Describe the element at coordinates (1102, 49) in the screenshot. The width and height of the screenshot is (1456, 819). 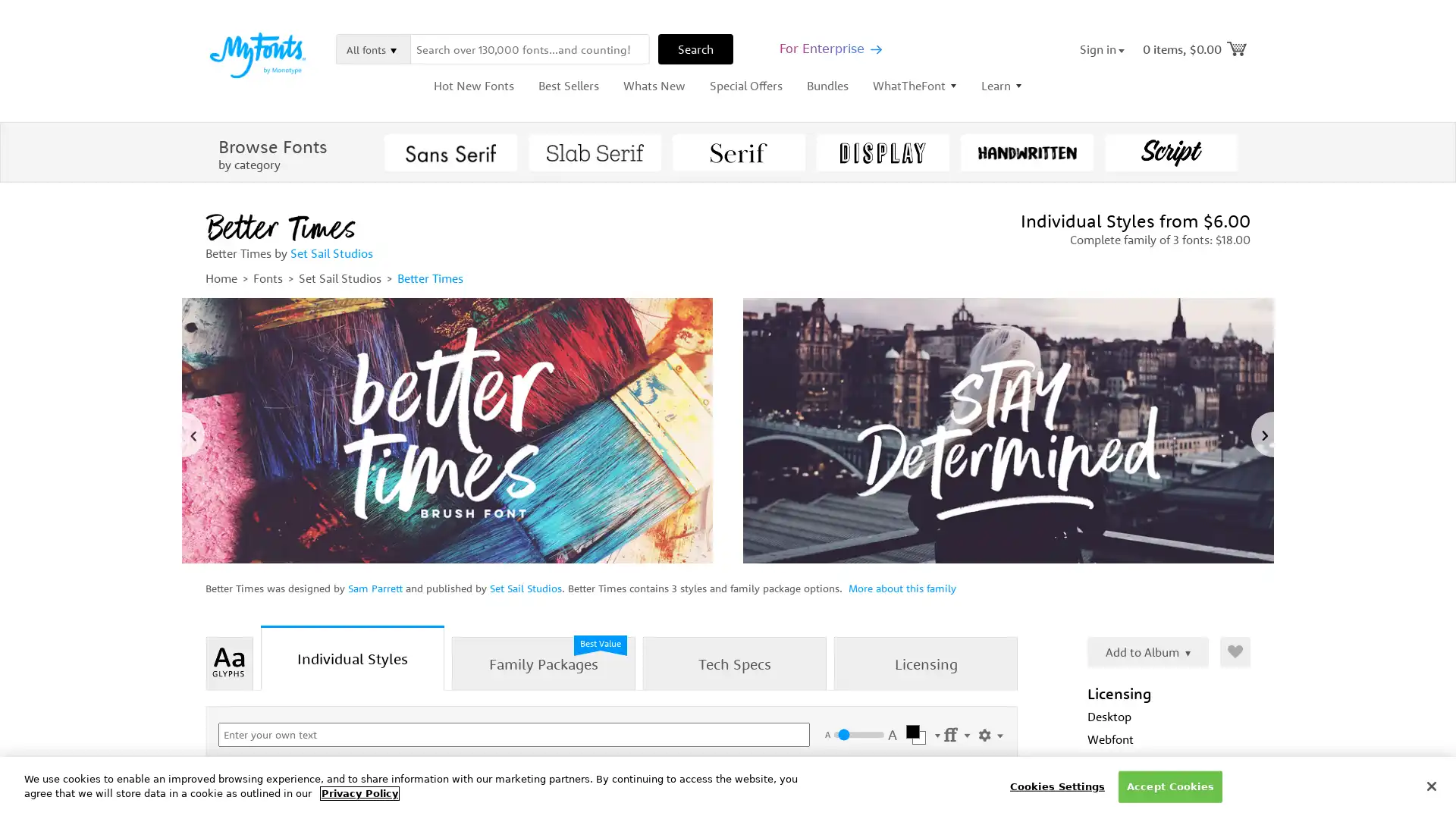
I see `Sign in` at that location.